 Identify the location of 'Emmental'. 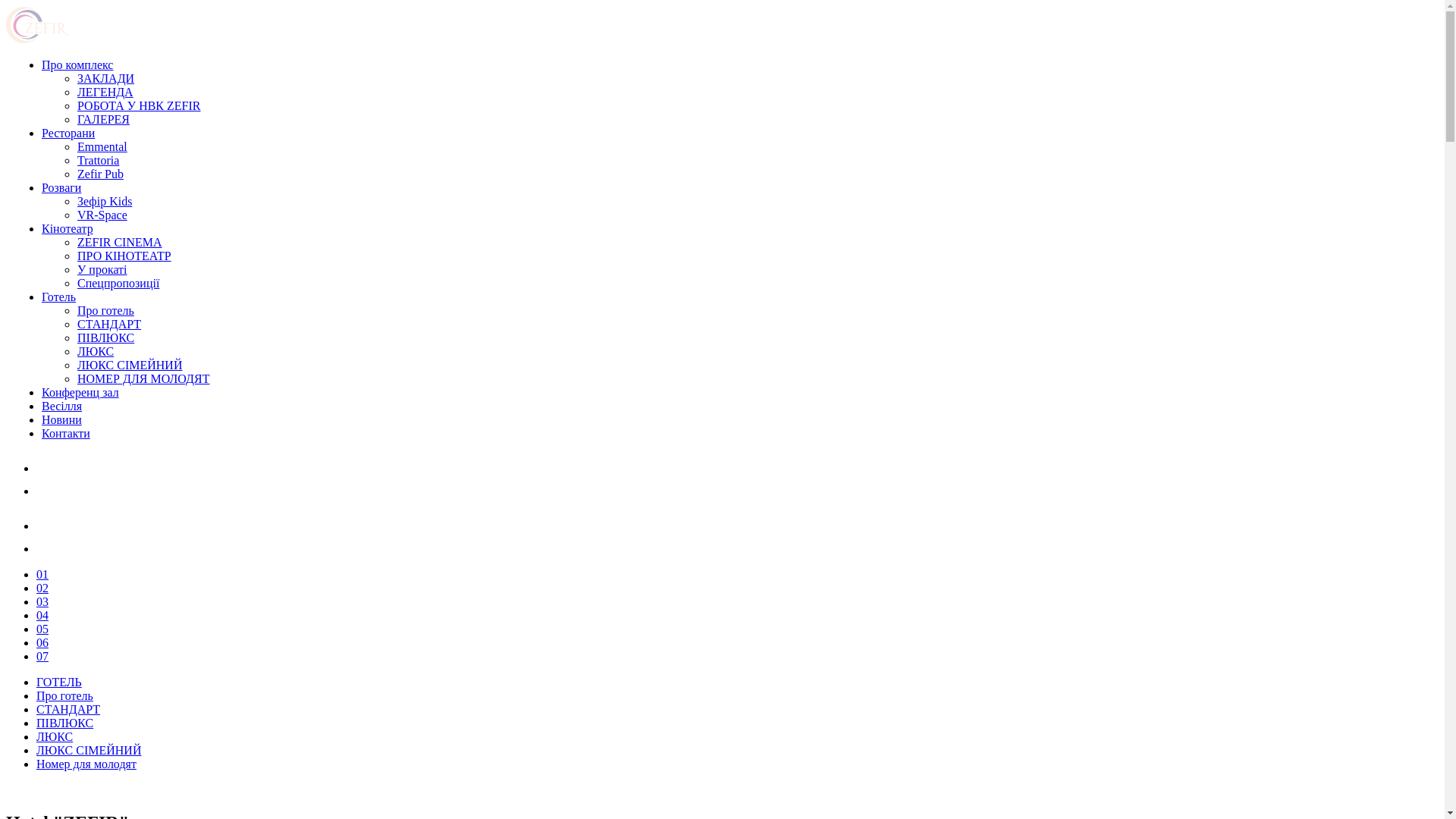
(101, 146).